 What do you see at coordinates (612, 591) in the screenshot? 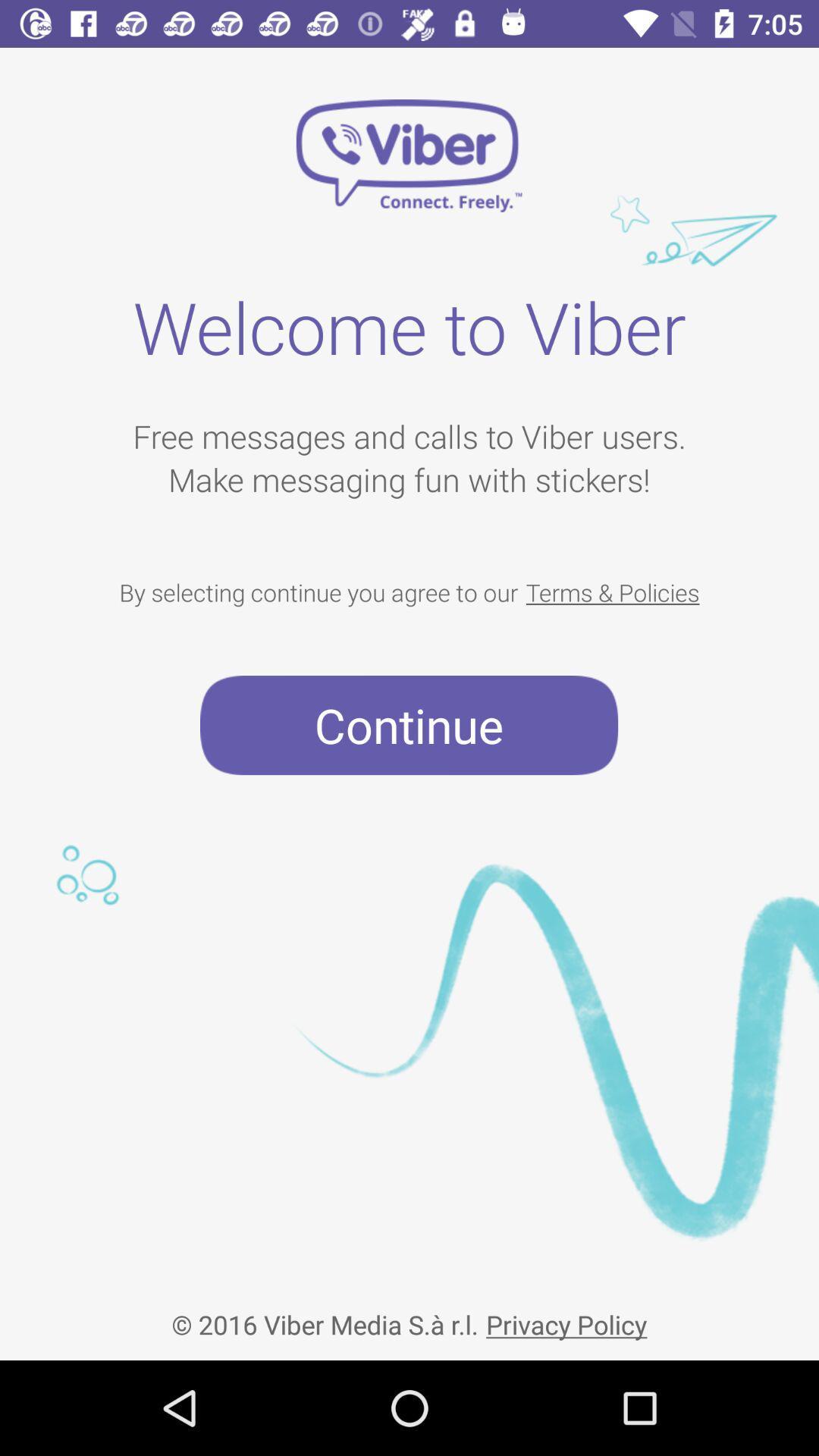
I see `terms & policies on the right` at bounding box center [612, 591].